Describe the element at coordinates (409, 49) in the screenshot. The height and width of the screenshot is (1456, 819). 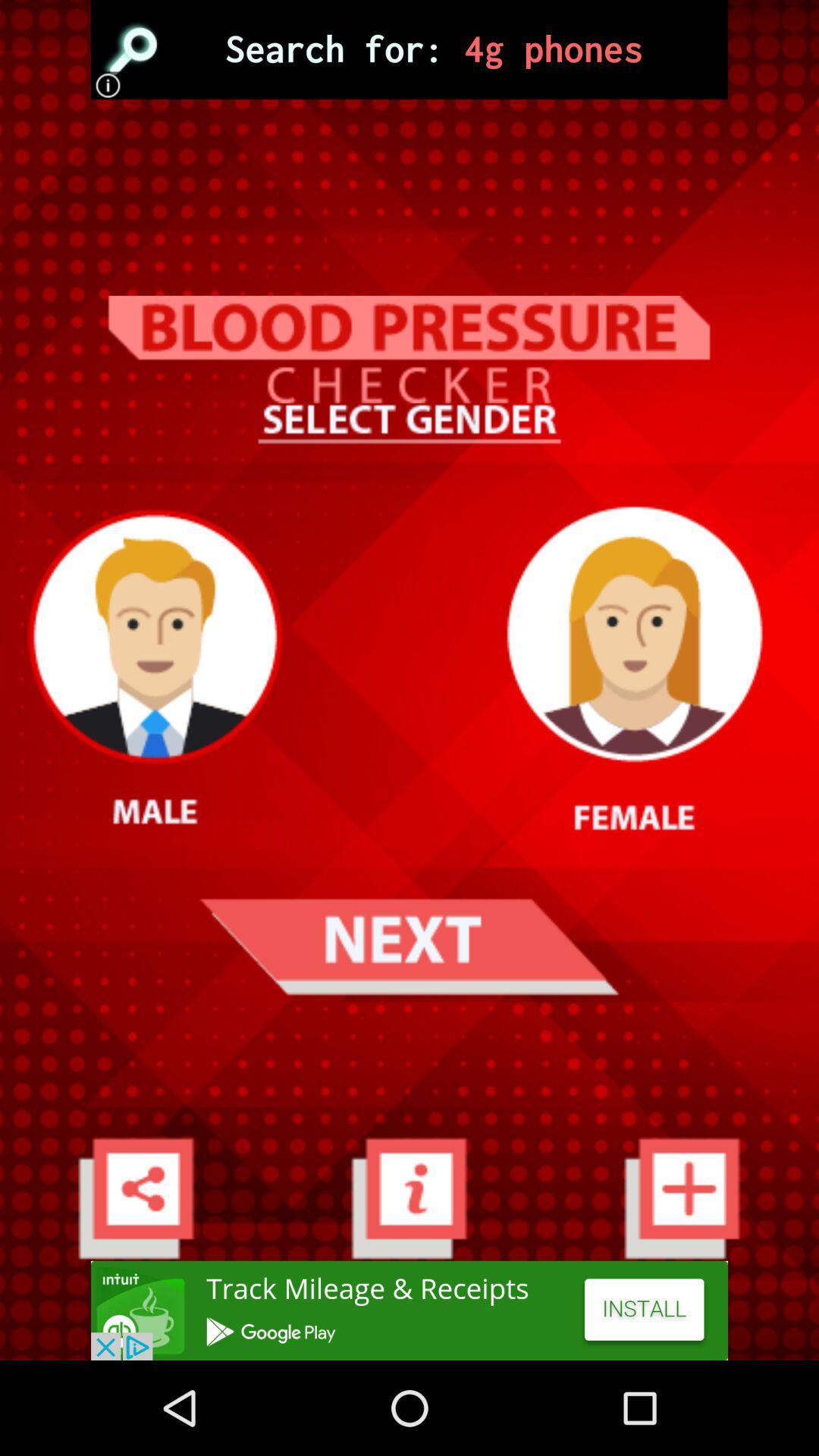
I see `choose the selection` at that location.